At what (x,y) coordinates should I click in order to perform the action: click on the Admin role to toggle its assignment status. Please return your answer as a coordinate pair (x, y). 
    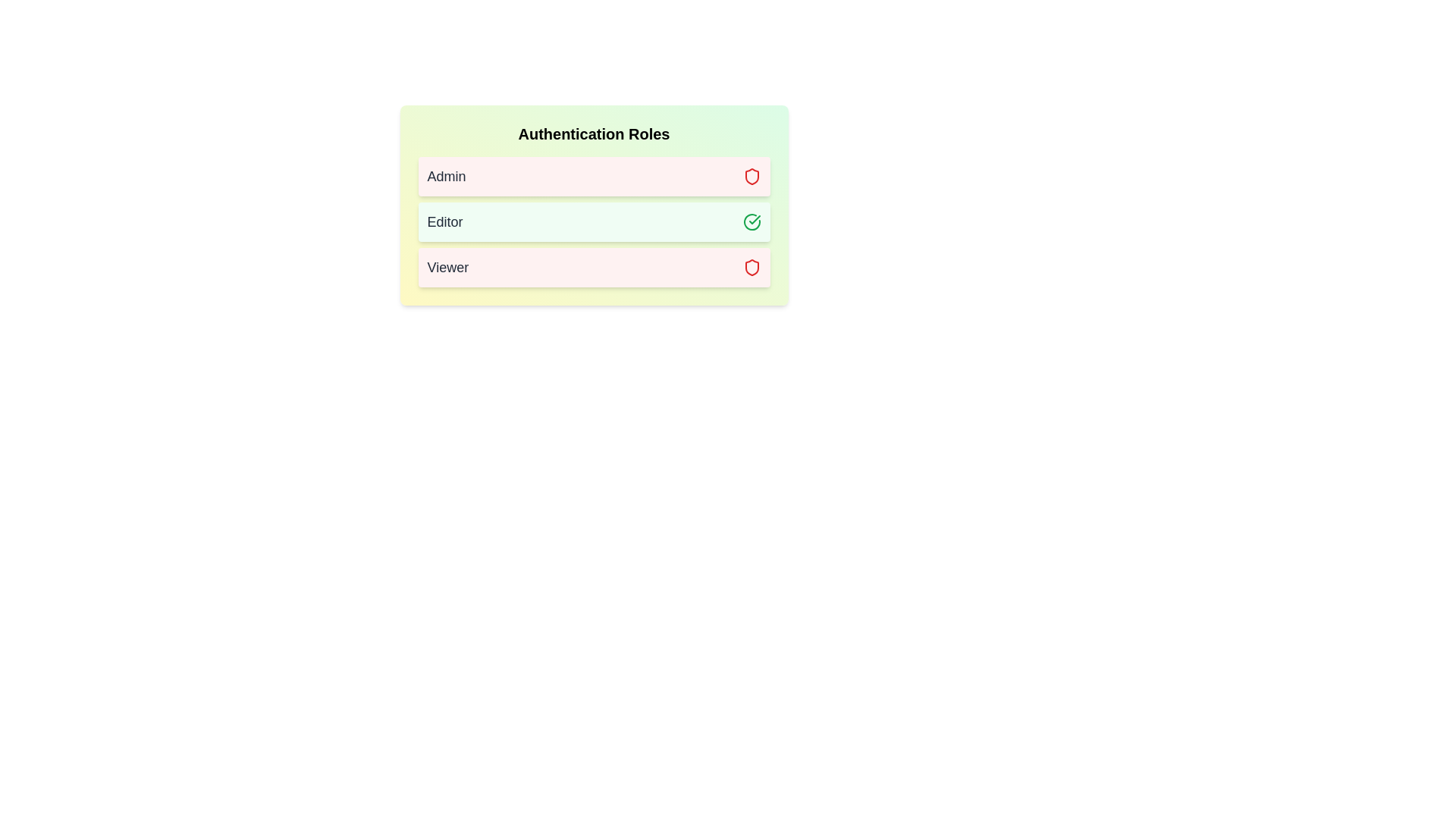
    Looking at the image, I should click on (593, 175).